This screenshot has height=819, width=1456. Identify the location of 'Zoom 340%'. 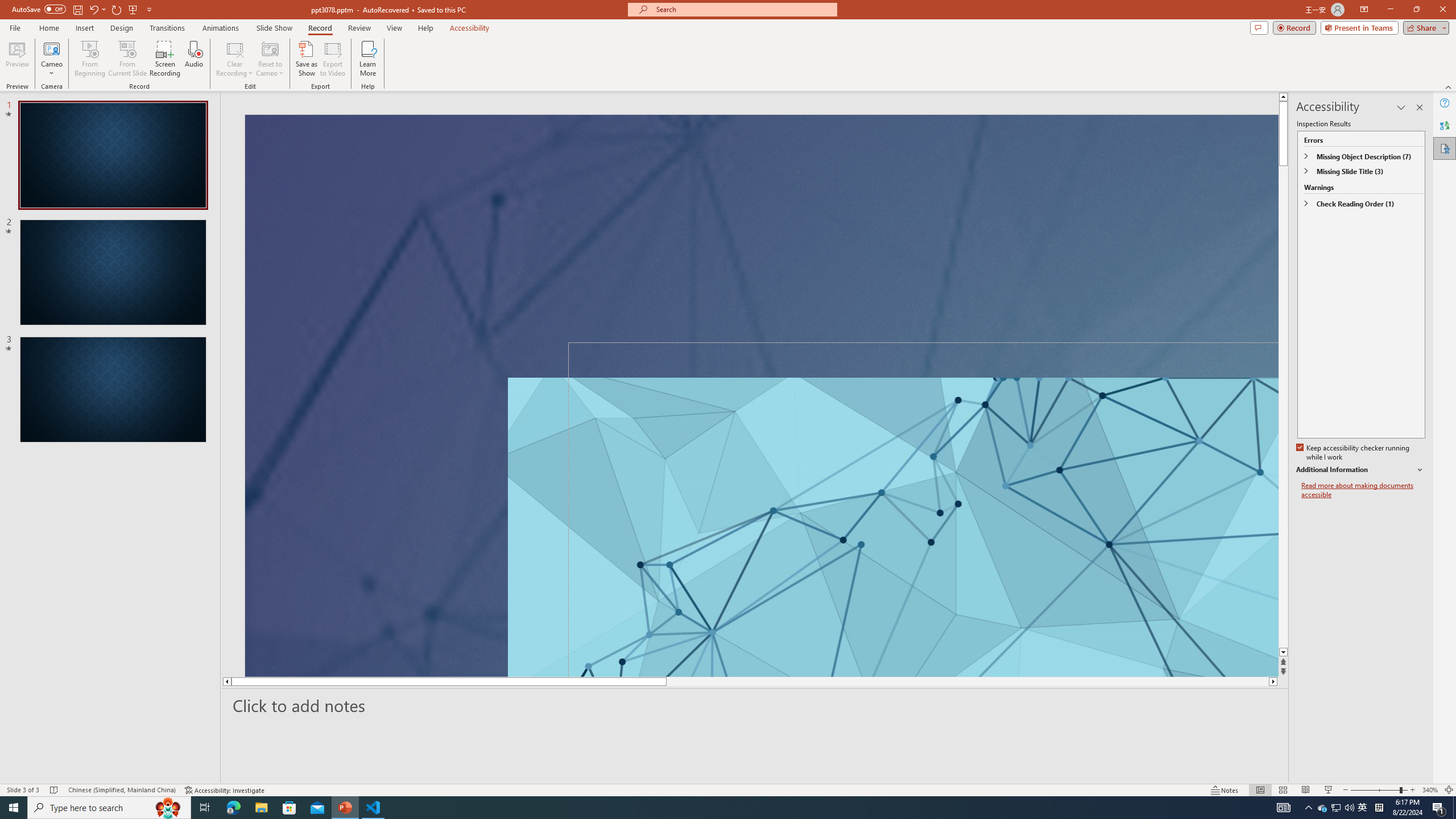
(1430, 790).